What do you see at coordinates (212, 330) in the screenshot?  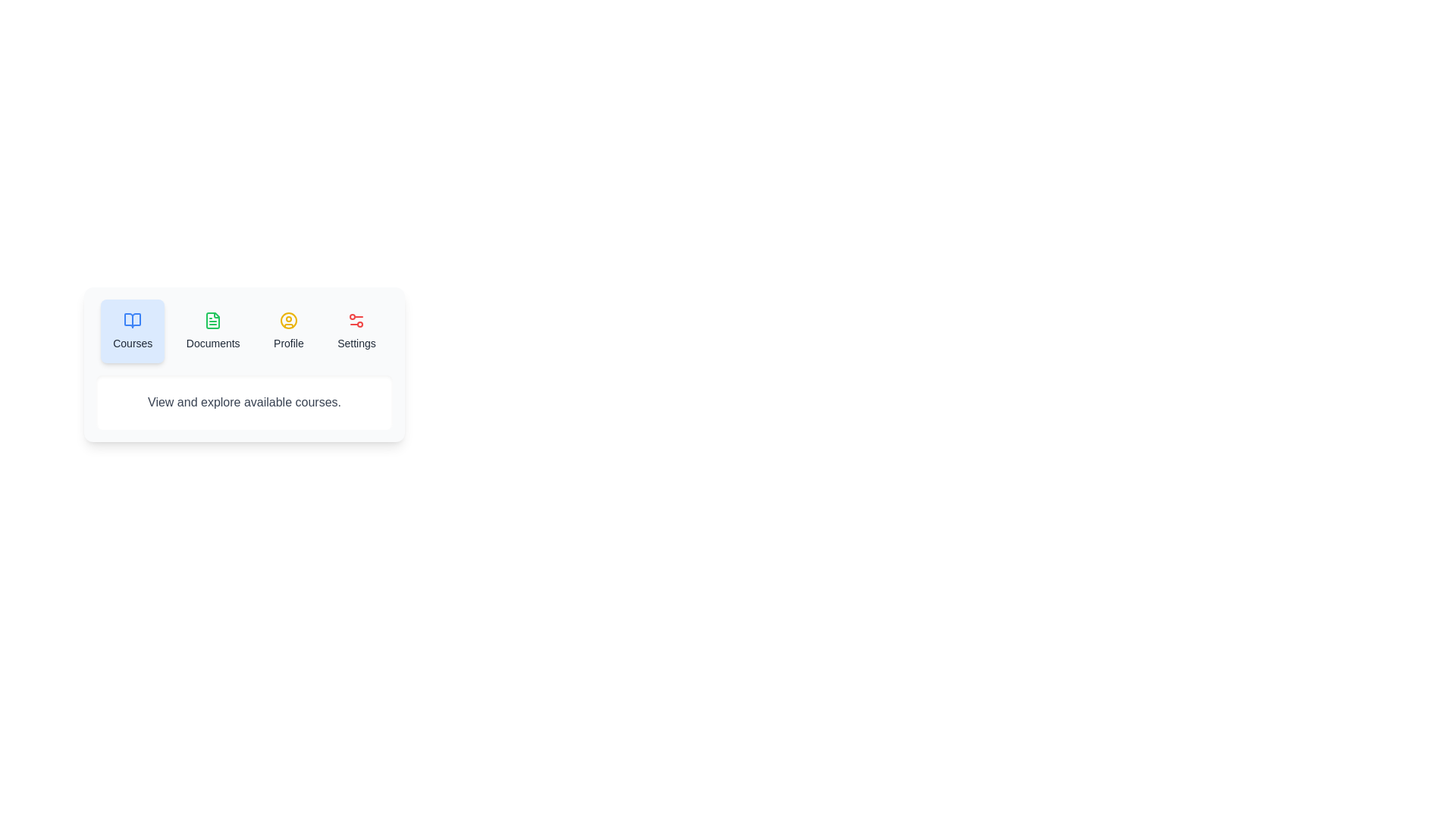 I see `the tab labeled Documents to observe its hover effect` at bounding box center [212, 330].